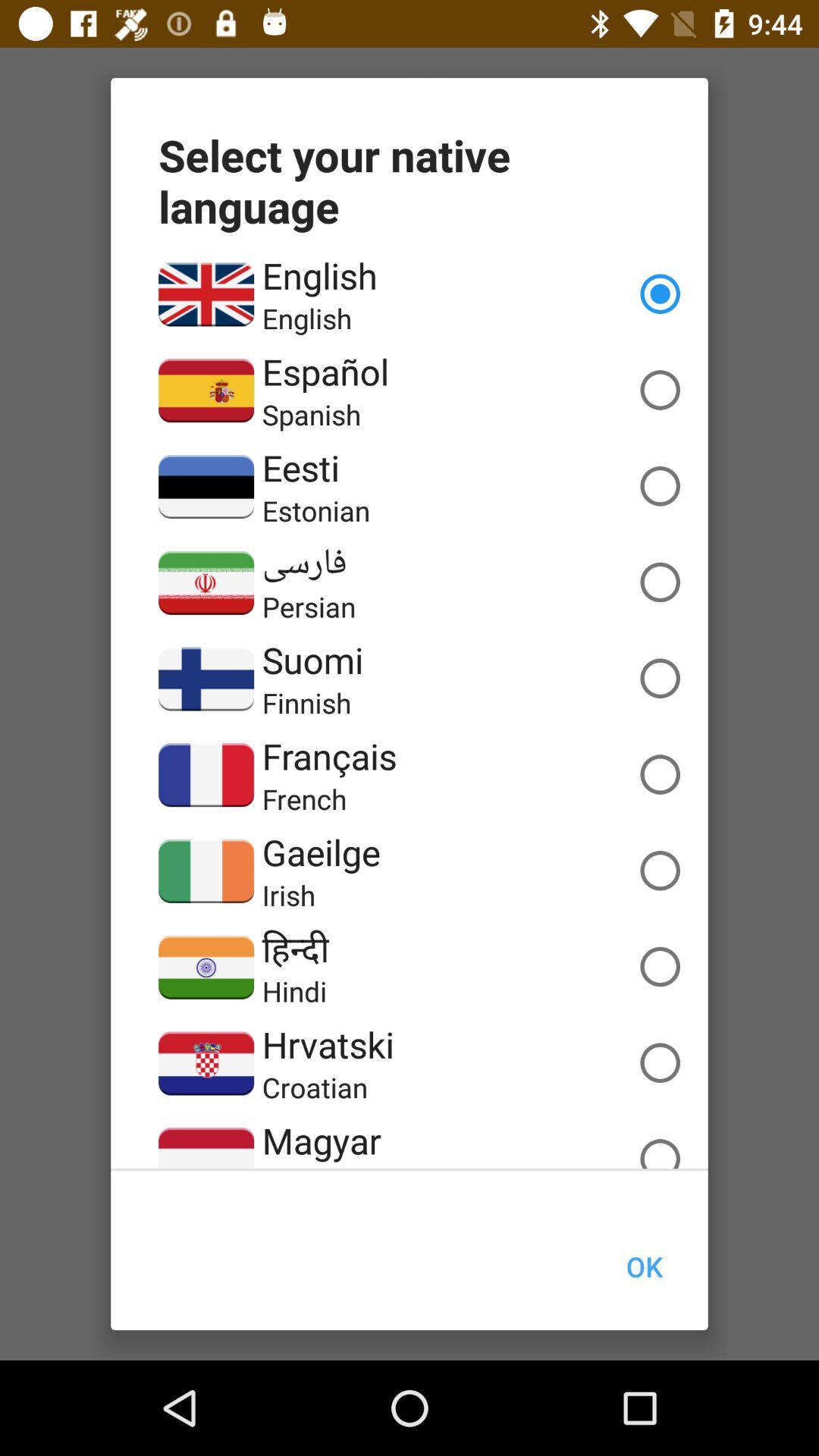 This screenshot has height=1456, width=819. Describe the element at coordinates (289, 895) in the screenshot. I see `icon below gaeilge item` at that location.